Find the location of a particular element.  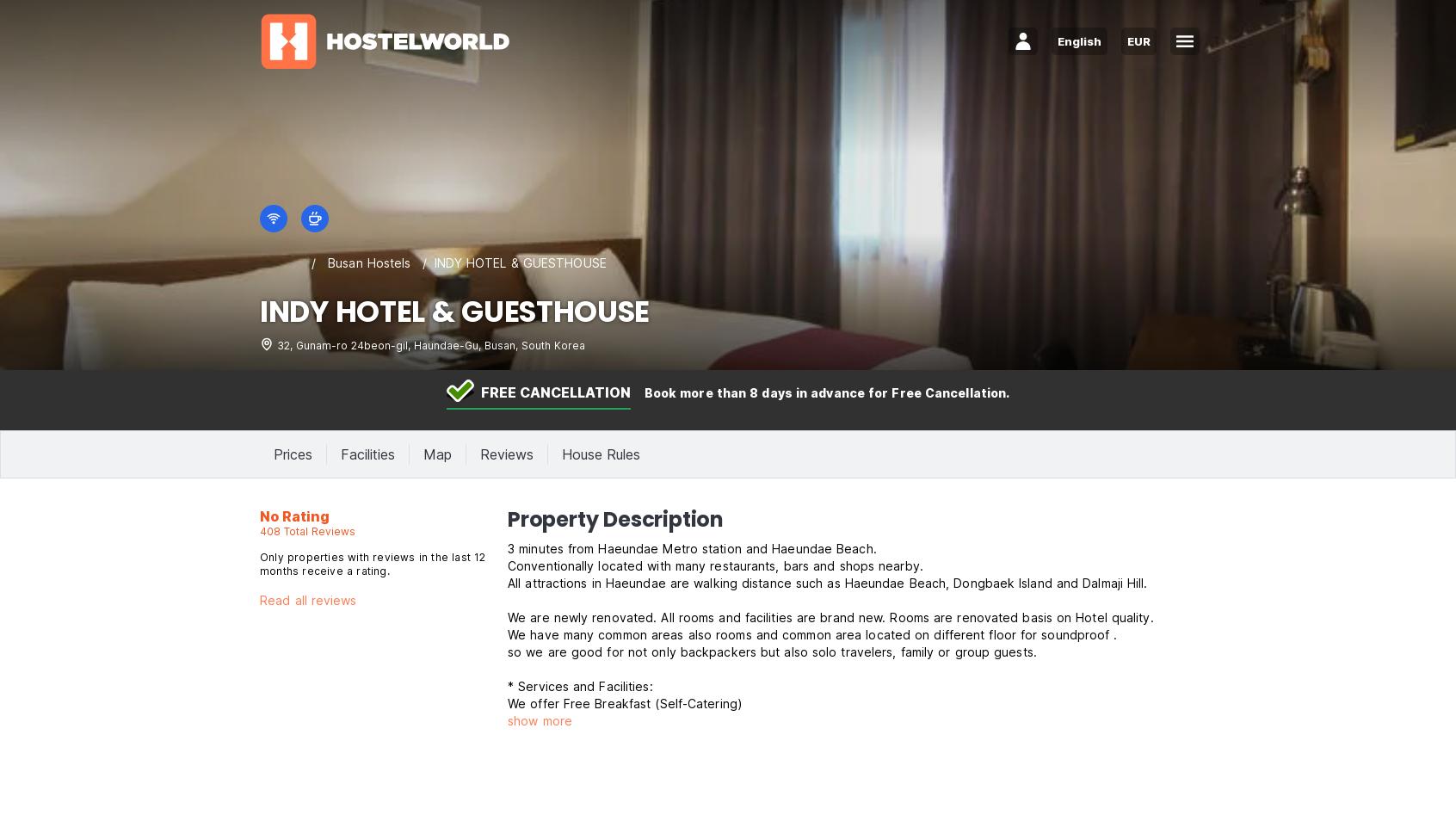

'* Services and Facilities:' is located at coordinates (579, 686).